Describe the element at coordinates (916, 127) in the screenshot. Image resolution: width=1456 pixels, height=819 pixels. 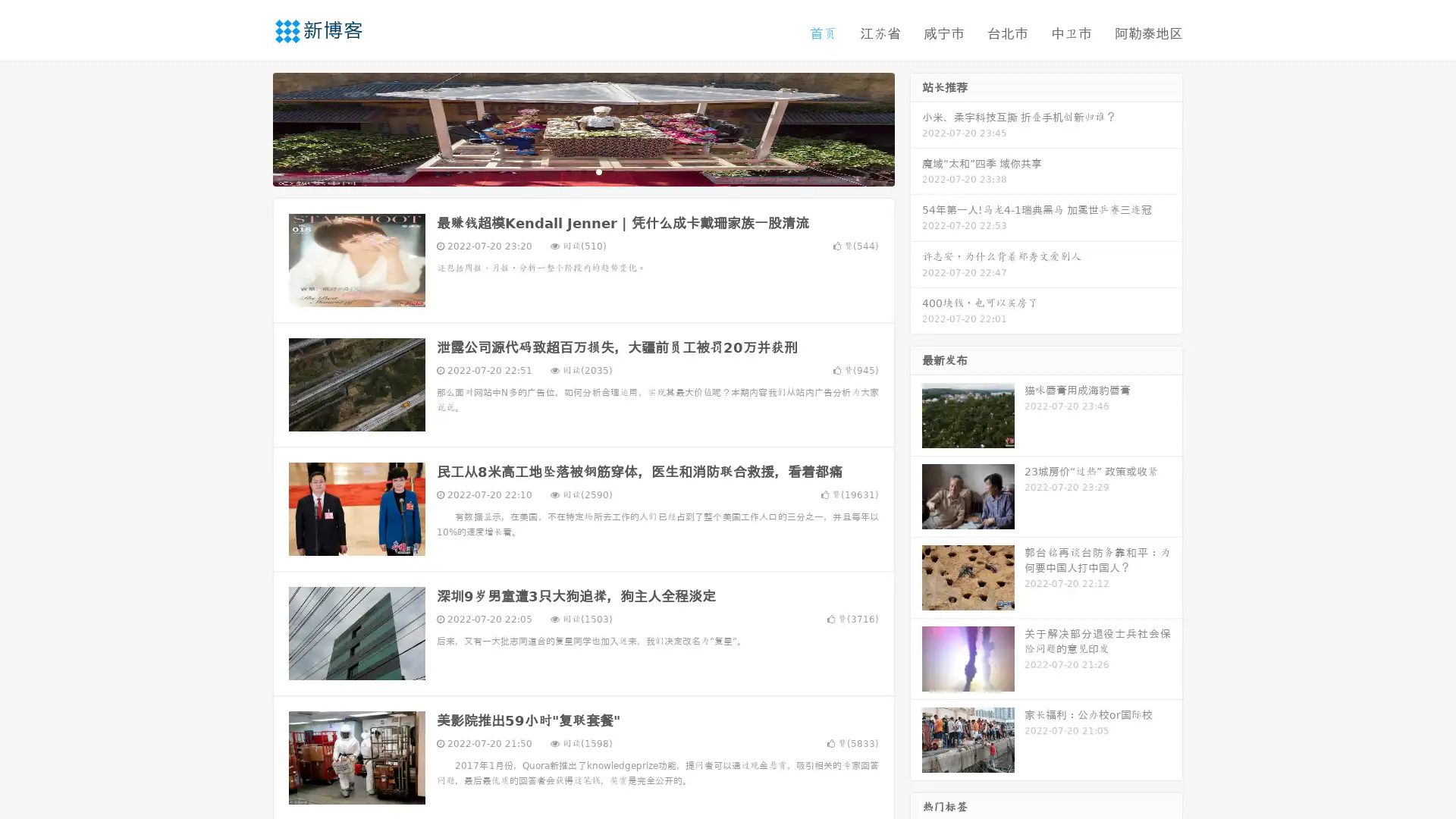
I see `Next slide` at that location.